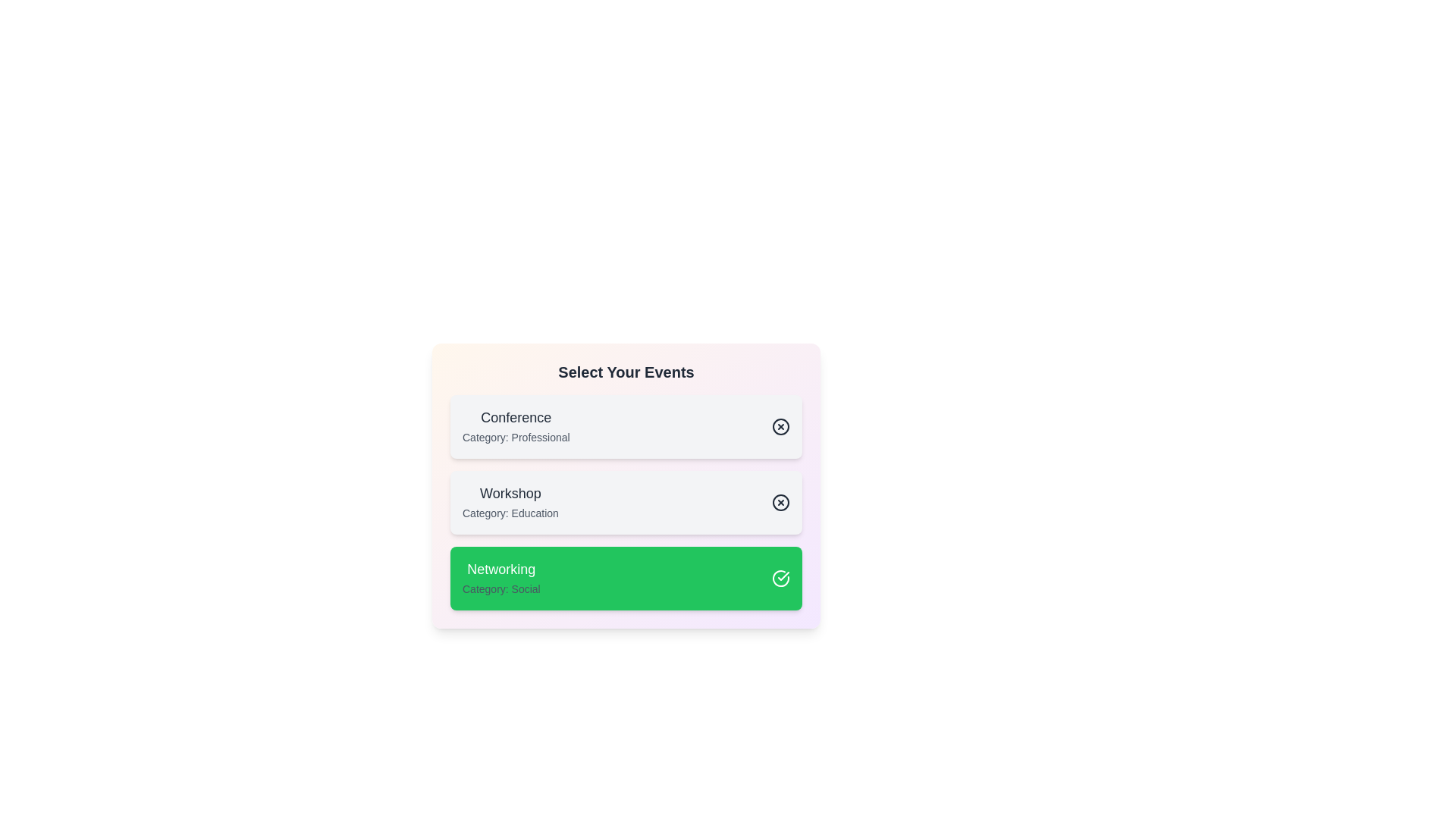 This screenshot has width=1456, height=819. I want to click on the event Conference, so click(626, 427).